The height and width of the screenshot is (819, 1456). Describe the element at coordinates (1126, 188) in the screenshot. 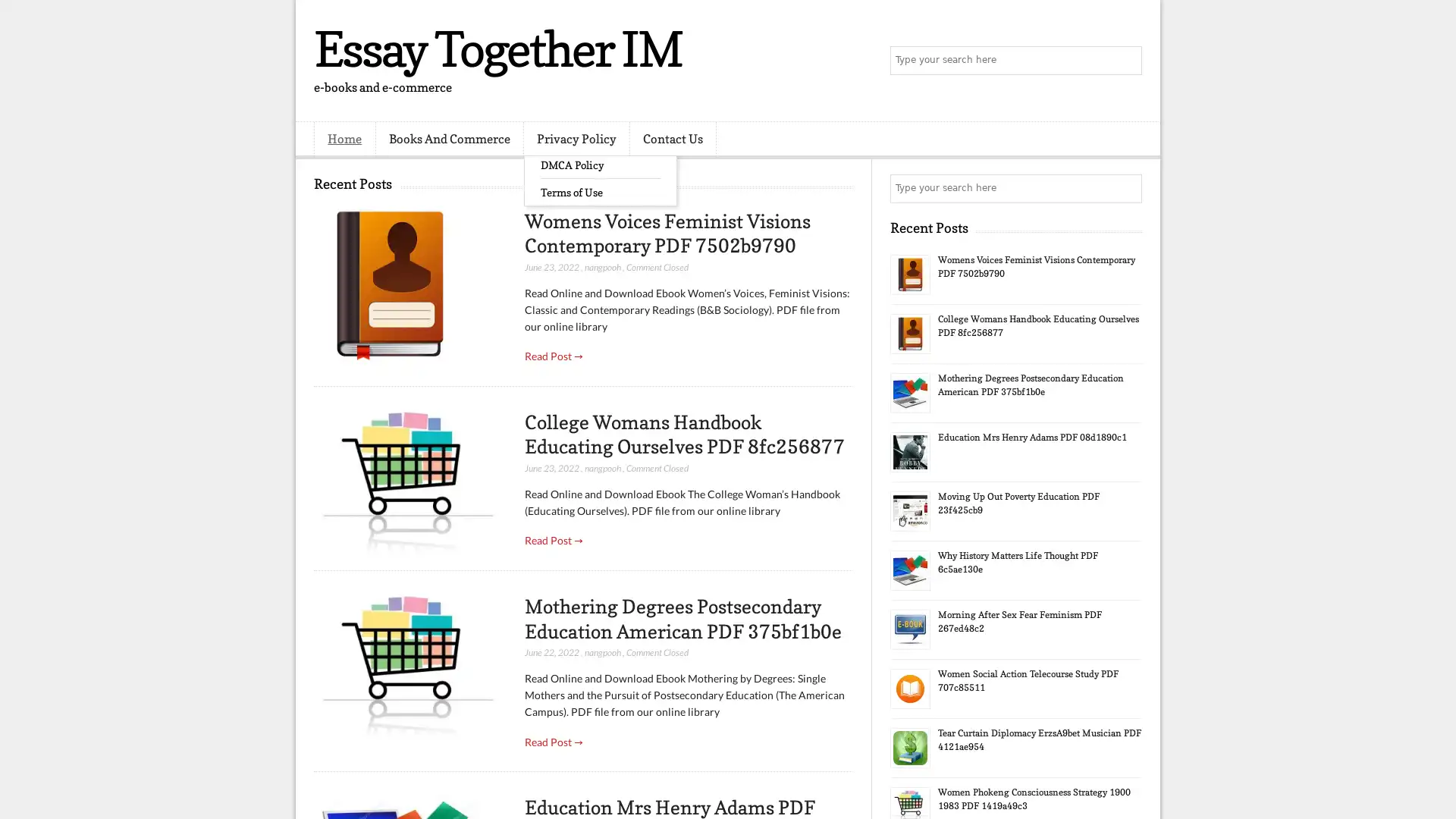

I see `Search` at that location.